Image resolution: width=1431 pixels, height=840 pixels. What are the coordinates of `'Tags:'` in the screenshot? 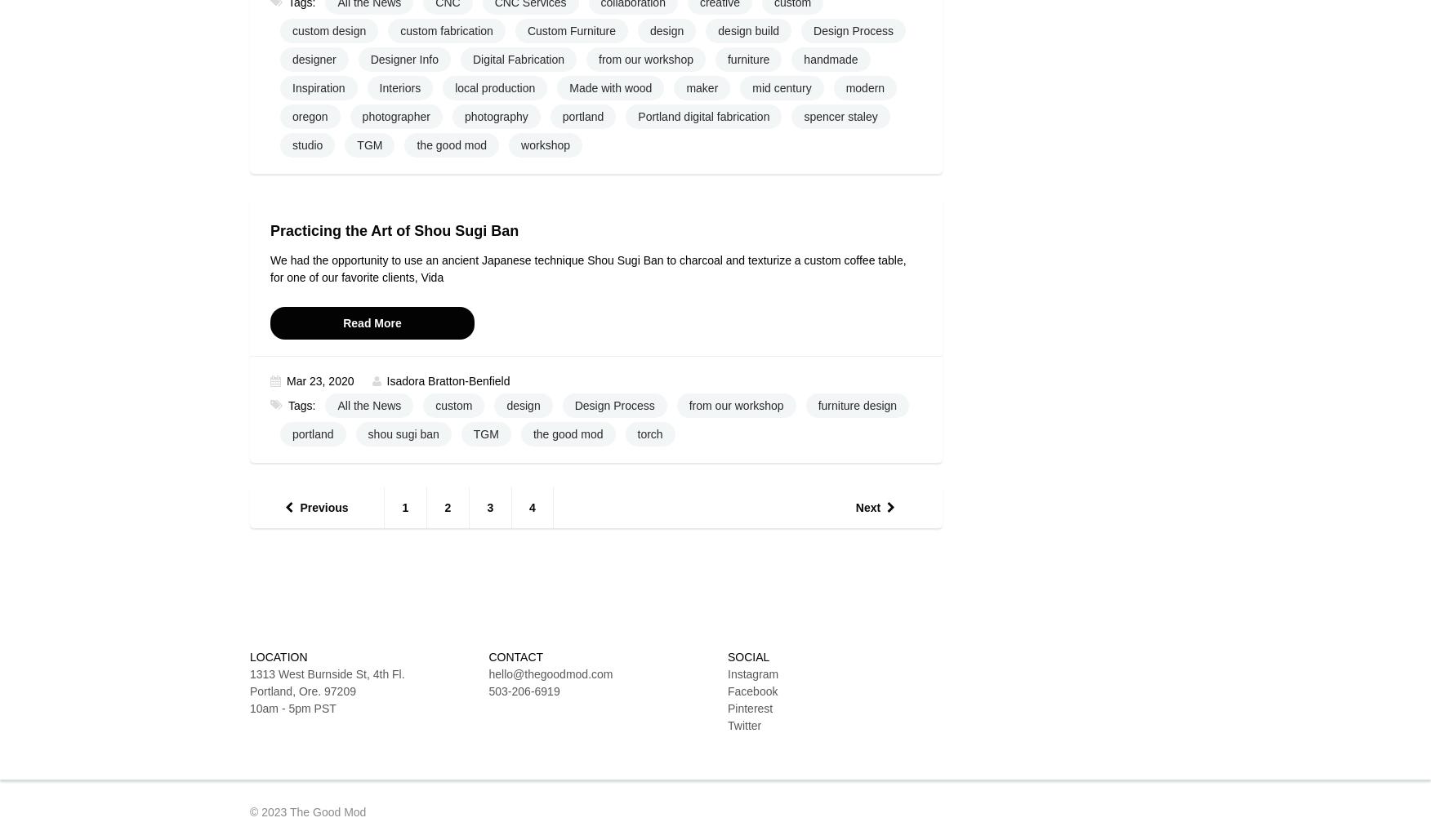 It's located at (301, 406).